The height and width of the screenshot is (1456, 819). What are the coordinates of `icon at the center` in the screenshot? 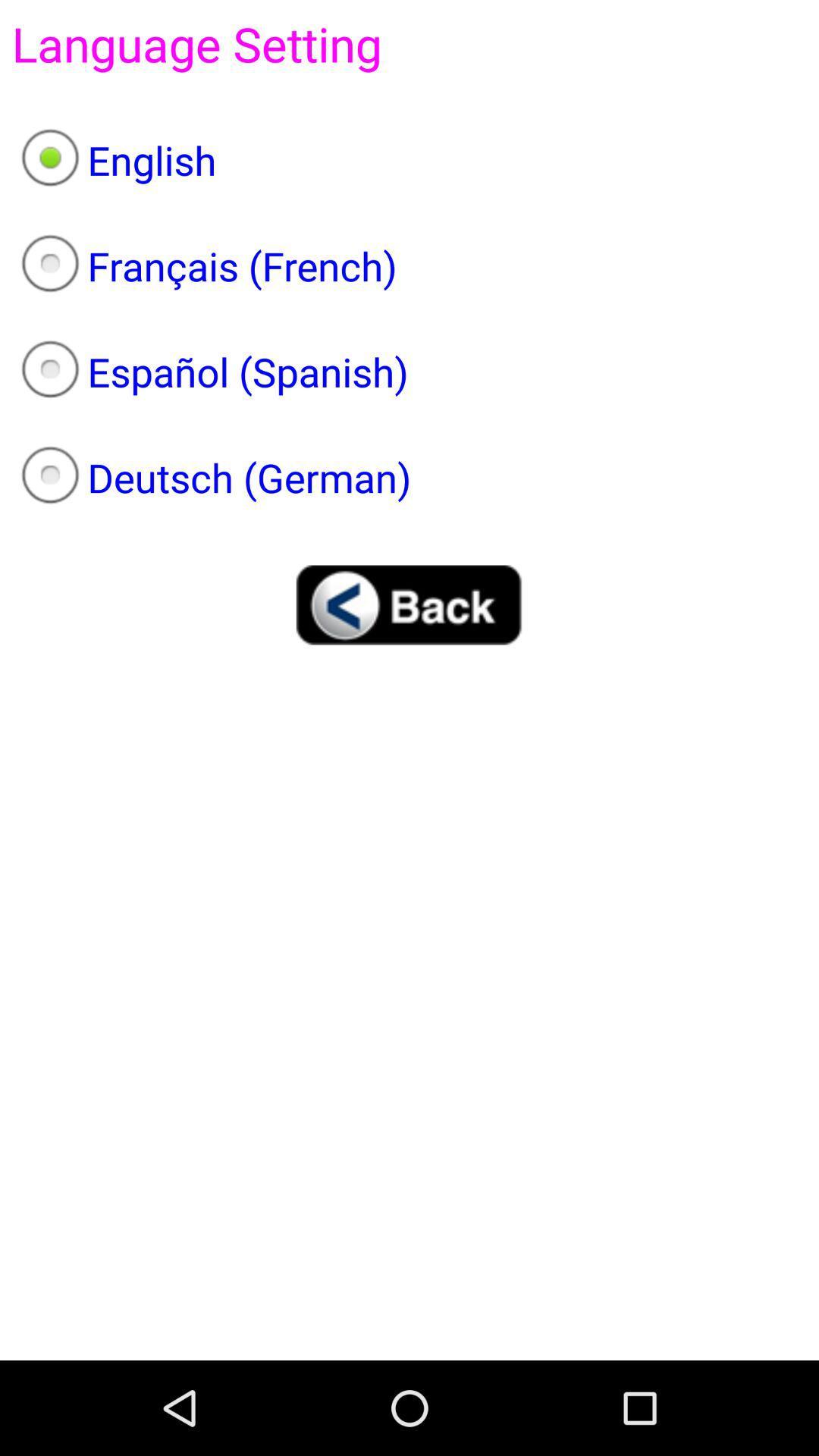 It's located at (409, 604).